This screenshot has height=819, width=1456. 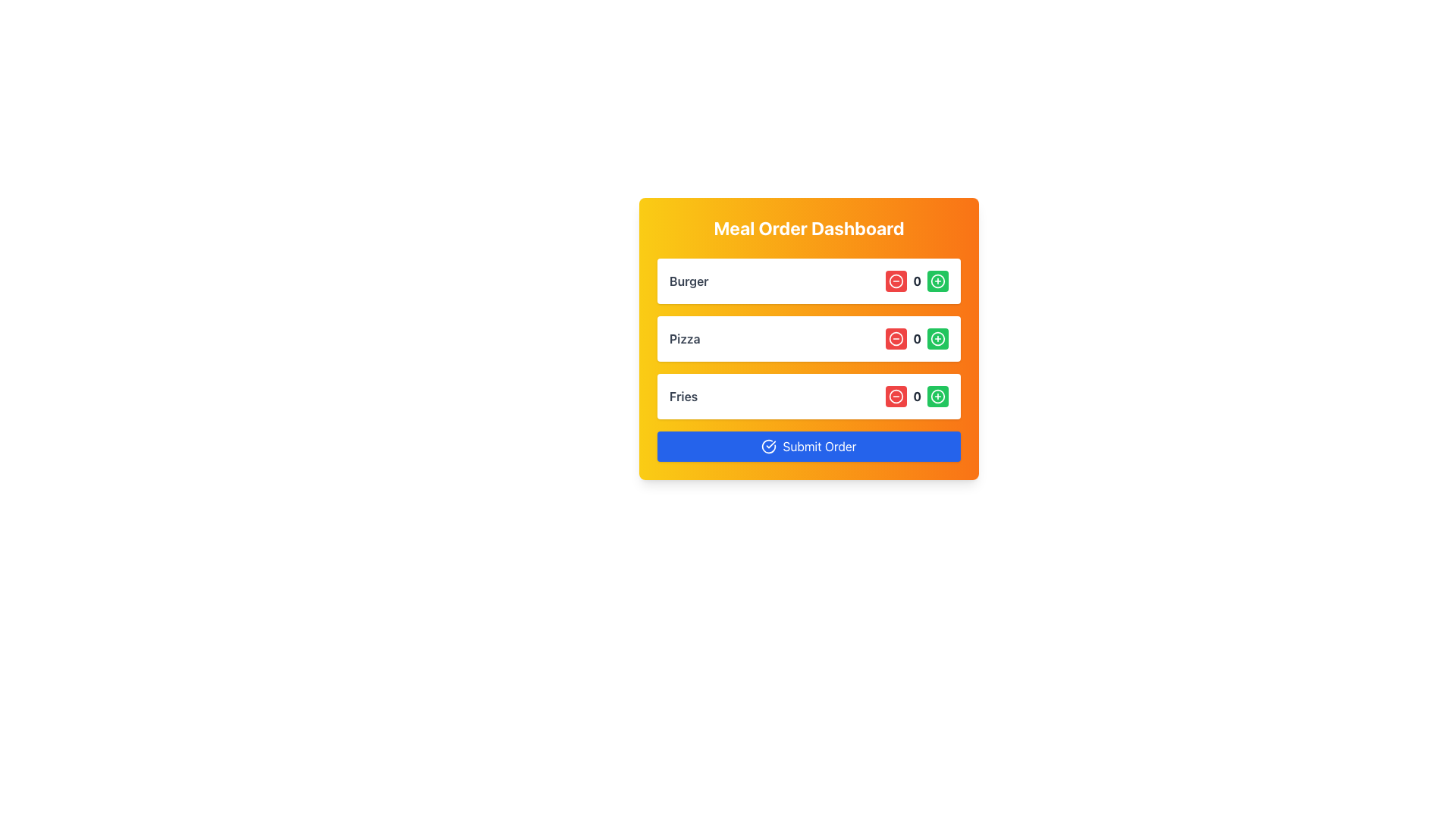 What do you see at coordinates (688, 281) in the screenshot?
I see `the static text label indicating the food item 'Burger', which is located in the first item of a vertical list of order options` at bounding box center [688, 281].